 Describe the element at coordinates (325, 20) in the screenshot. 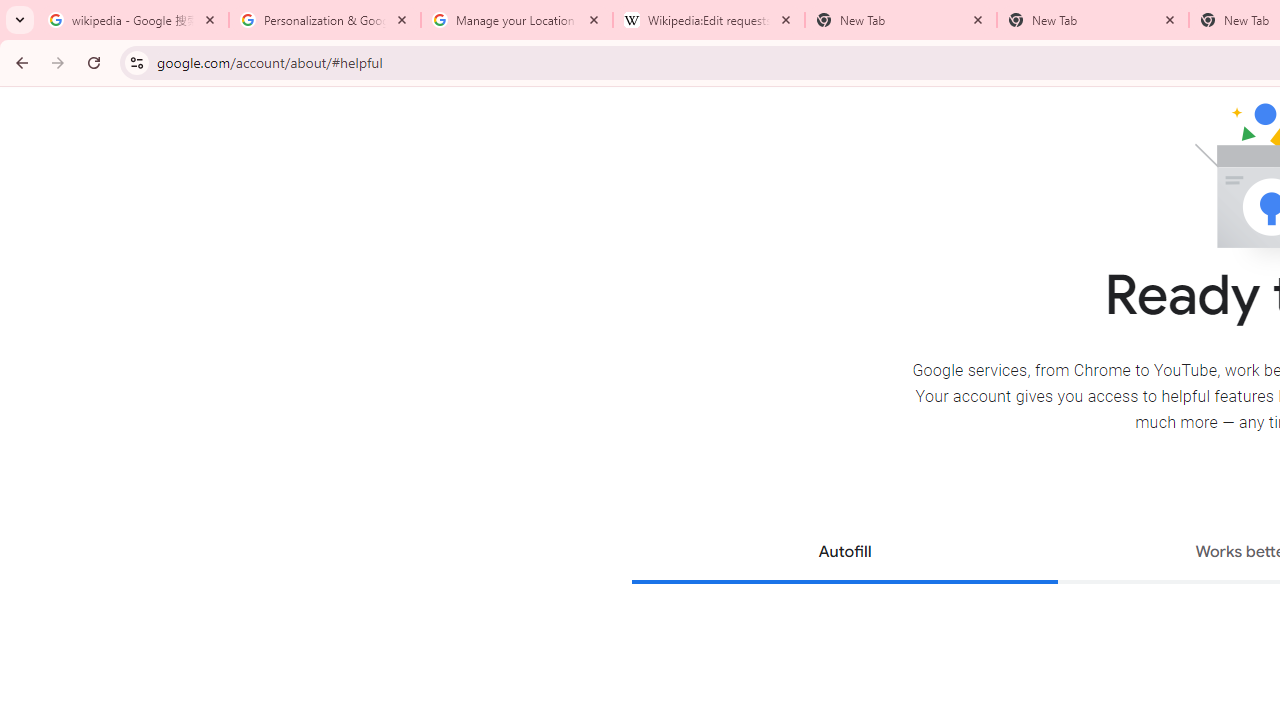

I see `'Personalization & Google Search results - Google Search Help'` at that location.